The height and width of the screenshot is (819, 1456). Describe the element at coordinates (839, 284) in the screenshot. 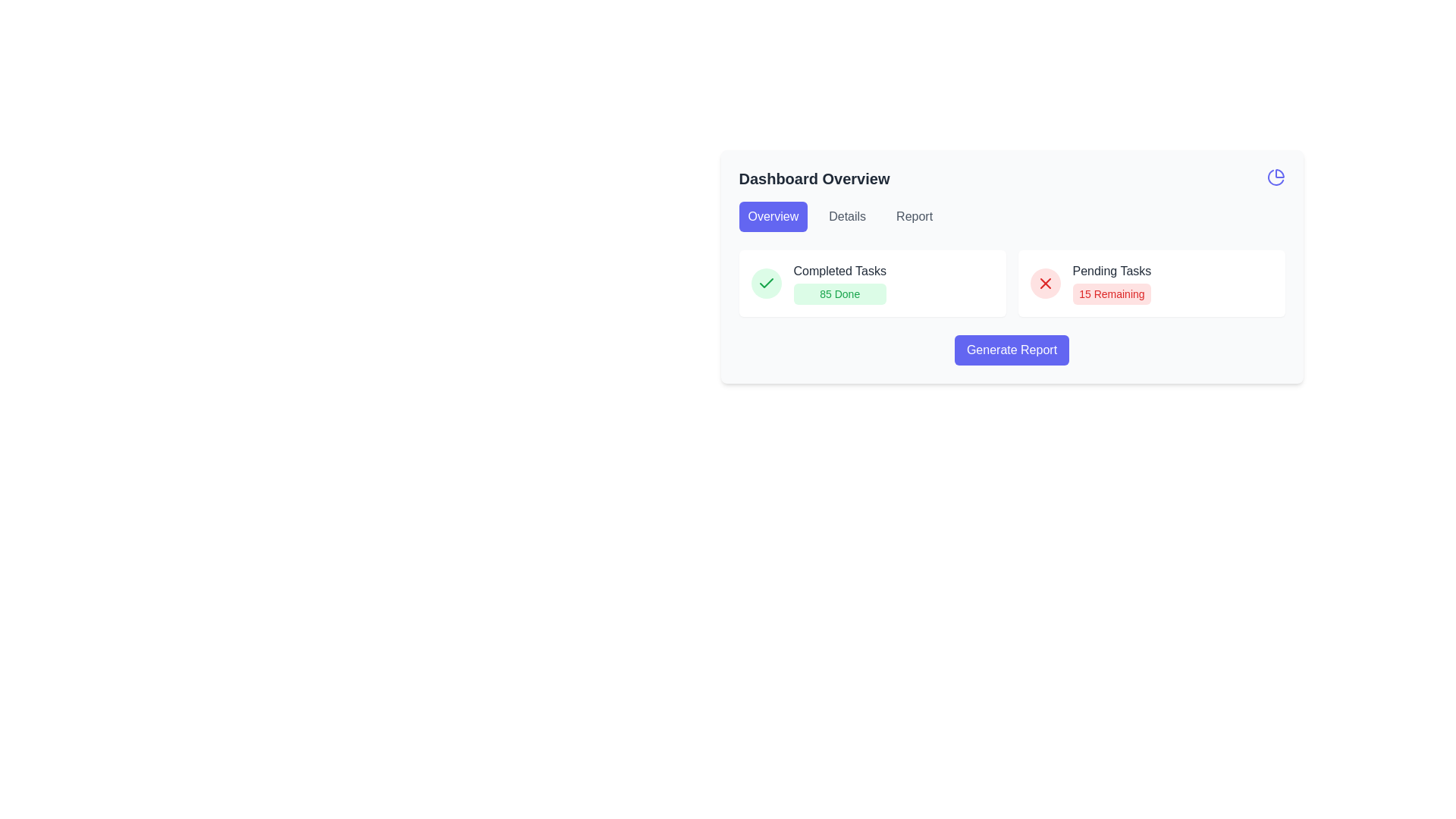

I see `data represented in the text block displaying 'Completed Tasks85 Done', which includes the title 'Completed Tasks' and the highlighted text '85 Done'` at that location.